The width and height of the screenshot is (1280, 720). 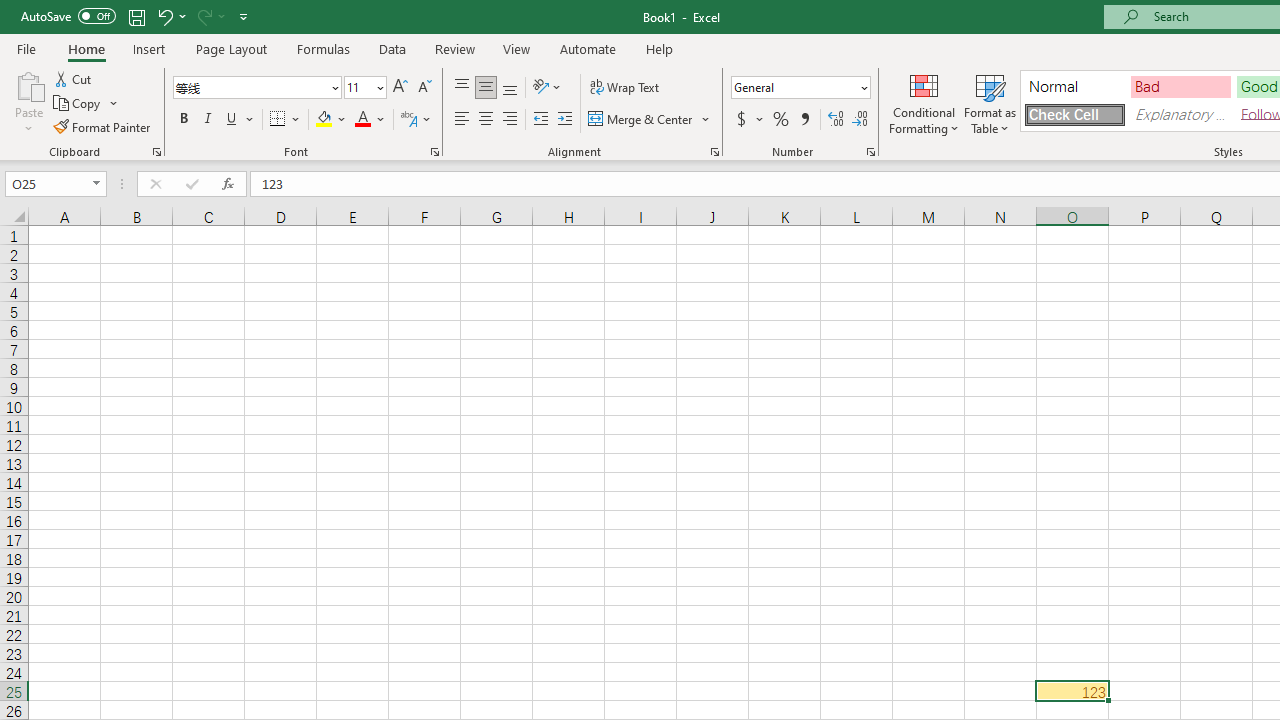 What do you see at coordinates (74, 78) in the screenshot?
I see `'Cut'` at bounding box center [74, 78].